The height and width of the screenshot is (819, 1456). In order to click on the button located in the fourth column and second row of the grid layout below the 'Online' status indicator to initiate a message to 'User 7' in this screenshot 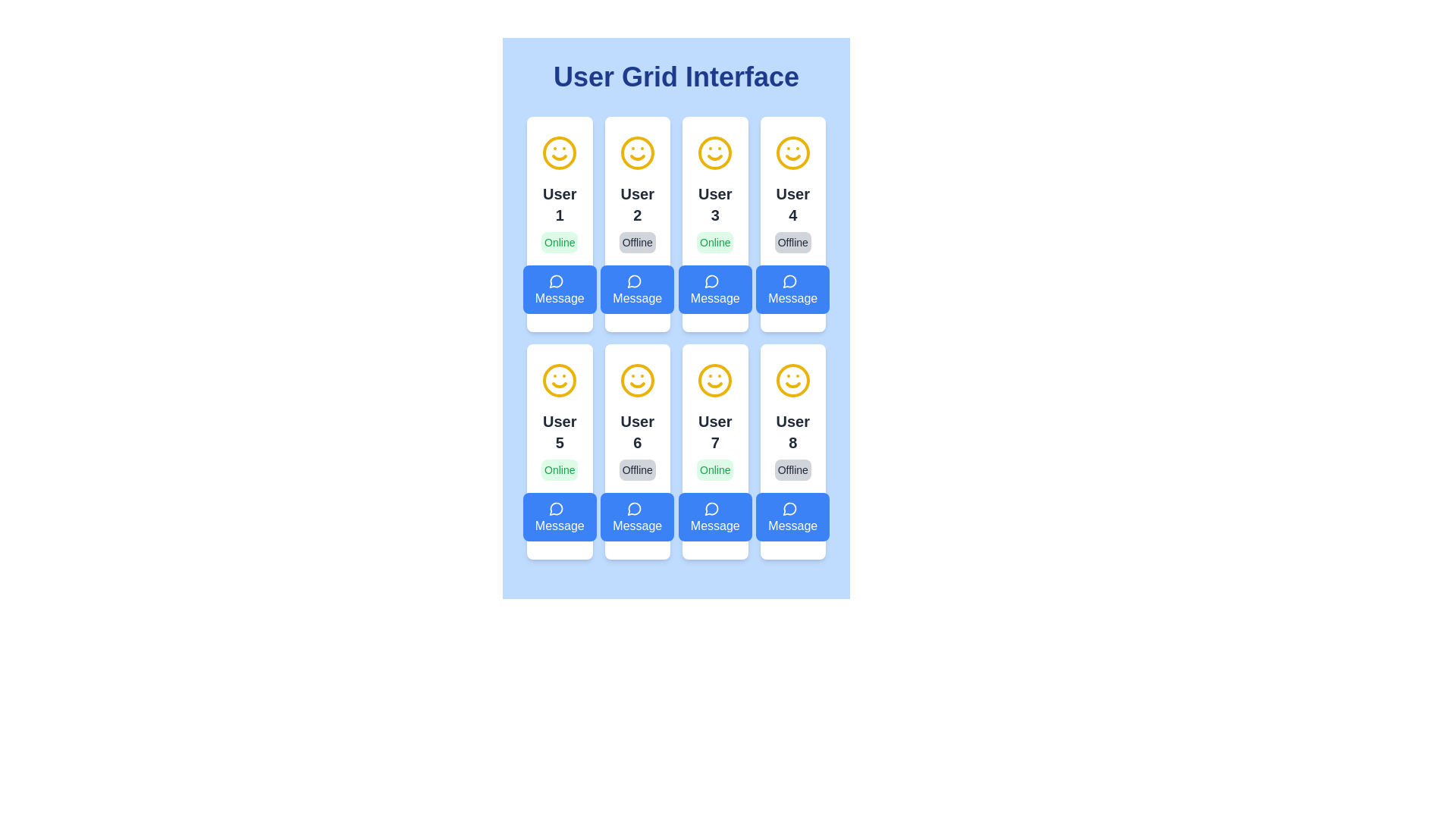, I will do `click(714, 516)`.